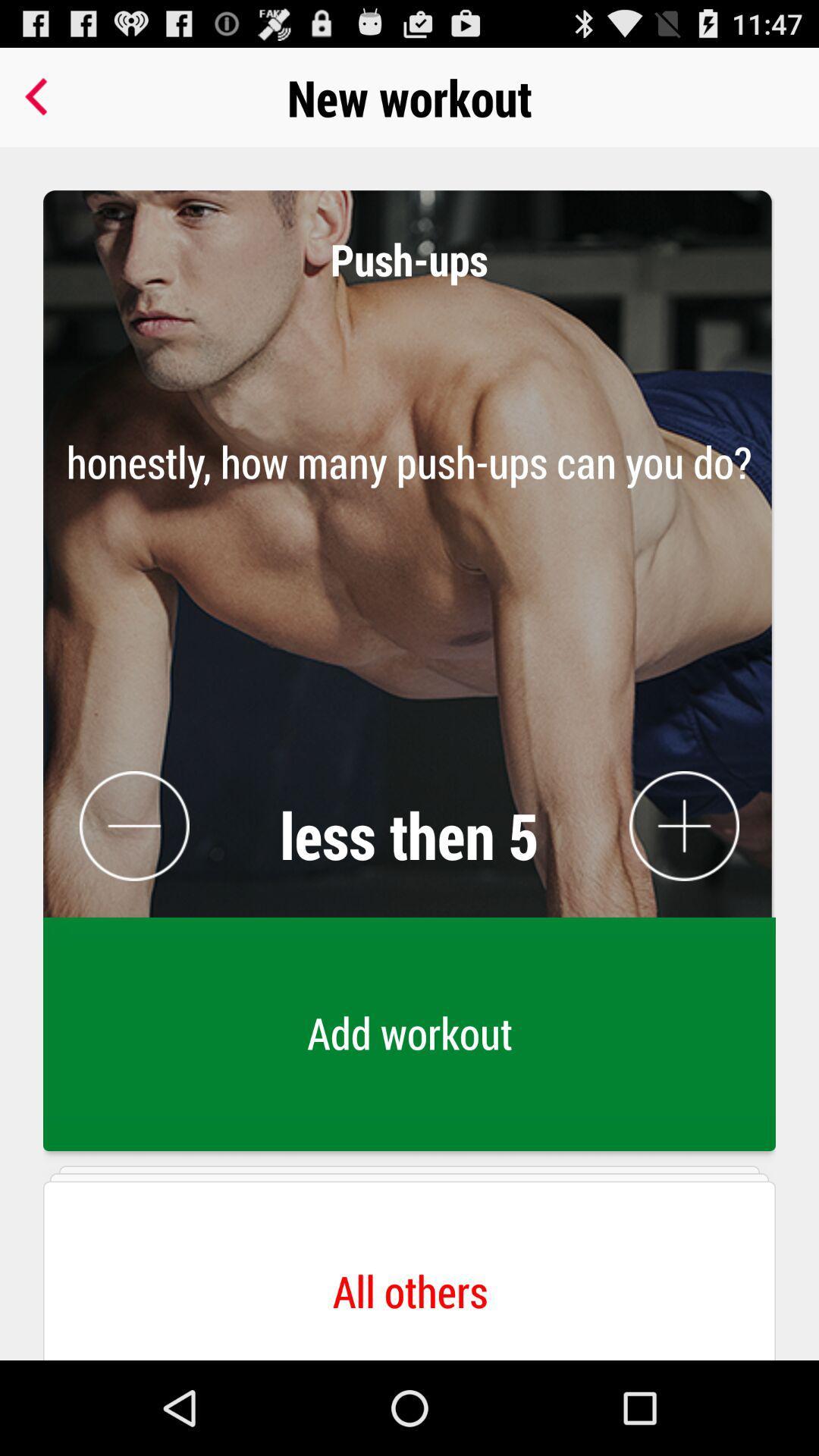  I want to click on the button below the add workout, so click(409, 1260).